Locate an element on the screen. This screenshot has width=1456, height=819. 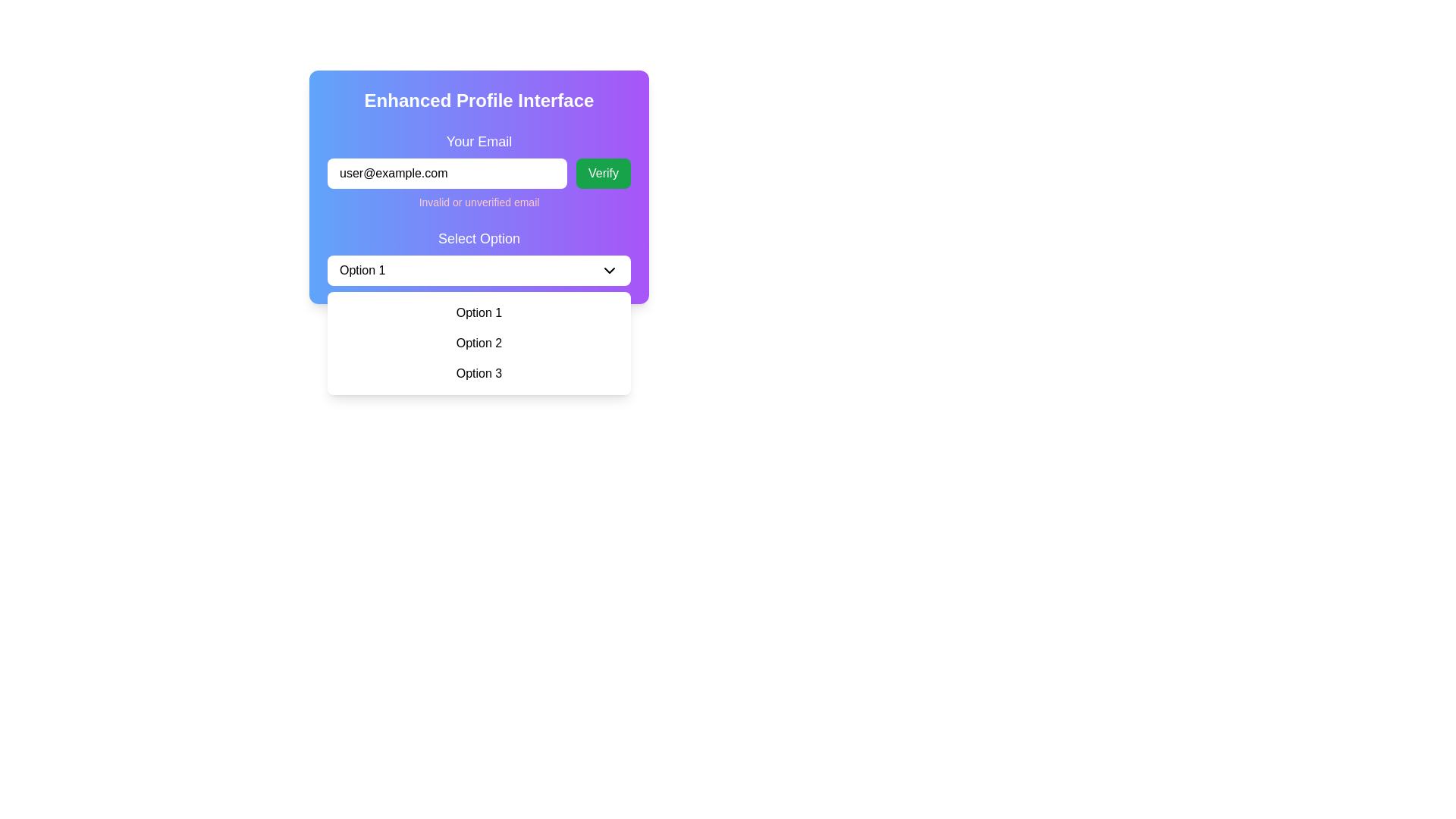
the first item in the dropdown menu labeled 'Option 1' is located at coordinates (479, 312).